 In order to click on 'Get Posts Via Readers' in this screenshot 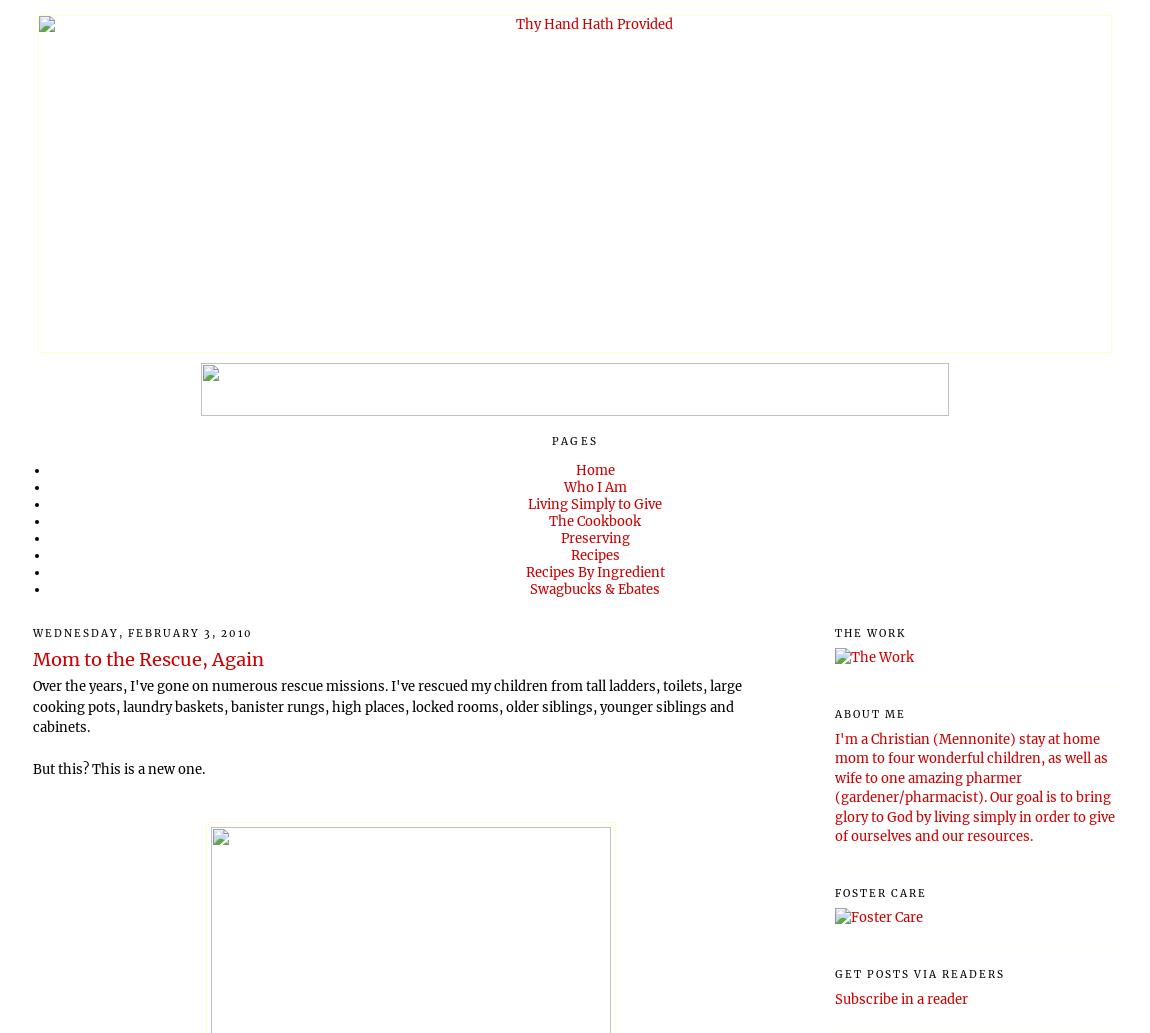, I will do `click(919, 972)`.